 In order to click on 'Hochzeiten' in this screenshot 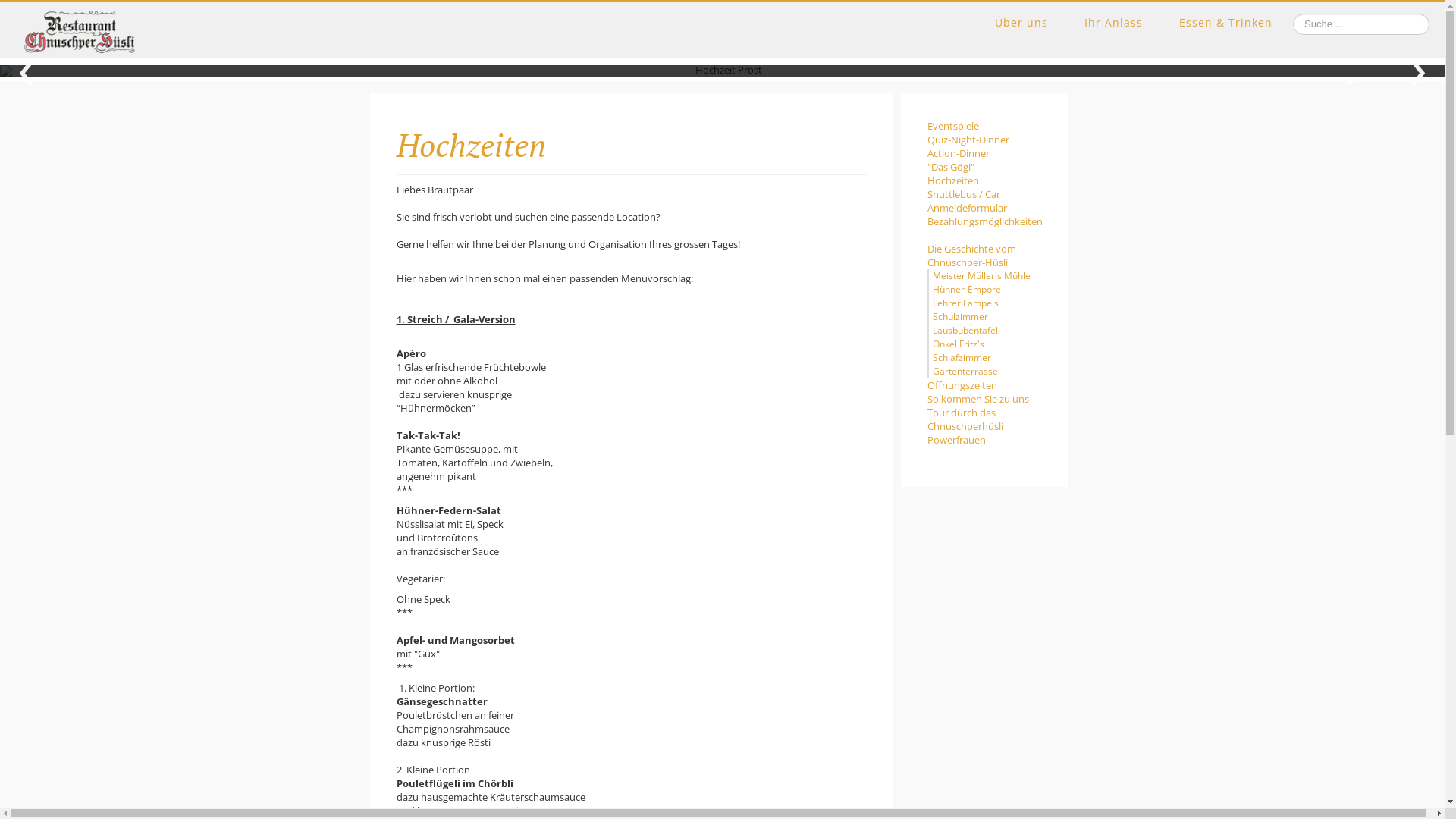, I will do `click(984, 180)`.